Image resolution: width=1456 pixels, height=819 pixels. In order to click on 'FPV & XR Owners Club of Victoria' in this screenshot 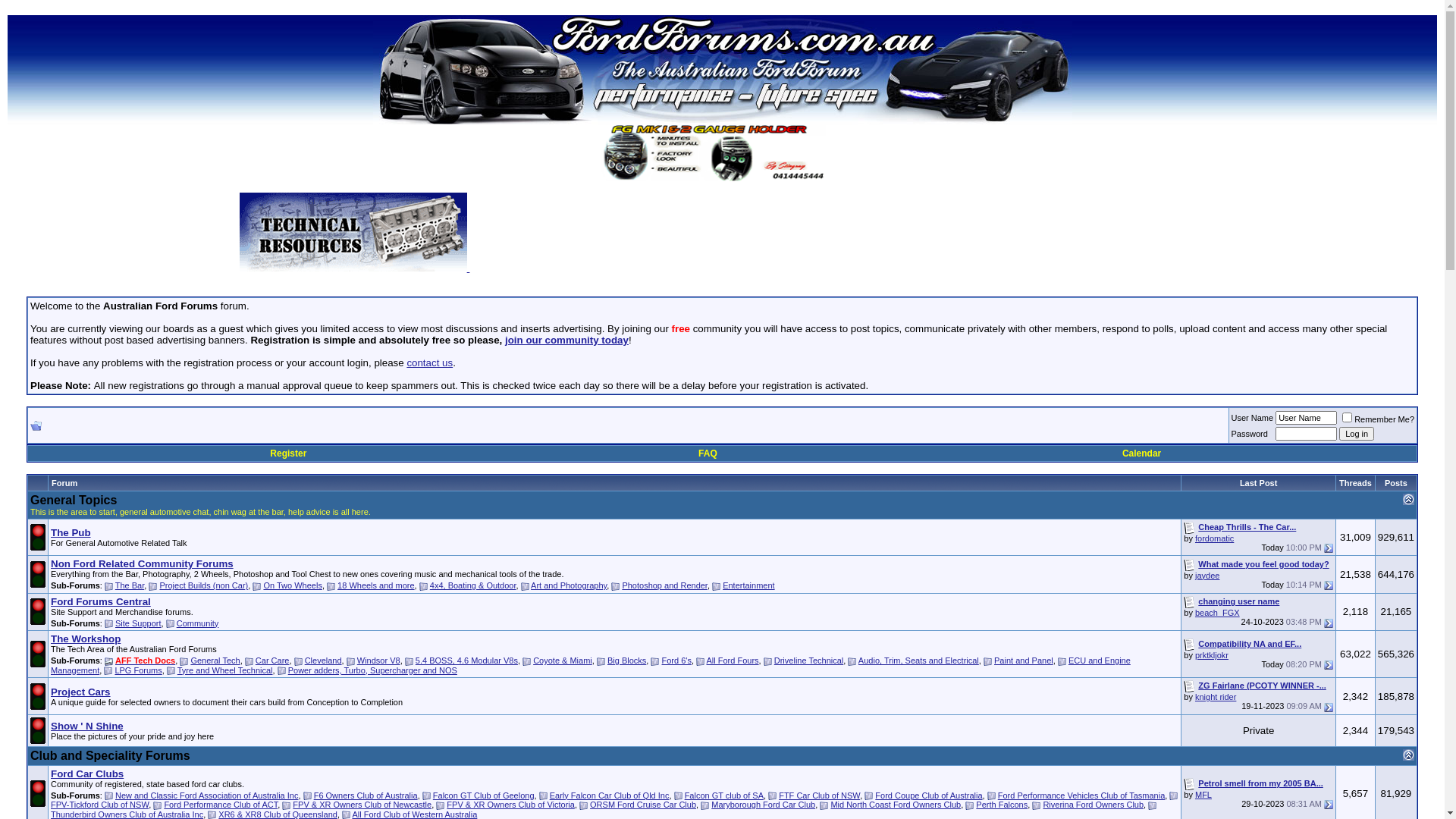, I will do `click(510, 803)`.